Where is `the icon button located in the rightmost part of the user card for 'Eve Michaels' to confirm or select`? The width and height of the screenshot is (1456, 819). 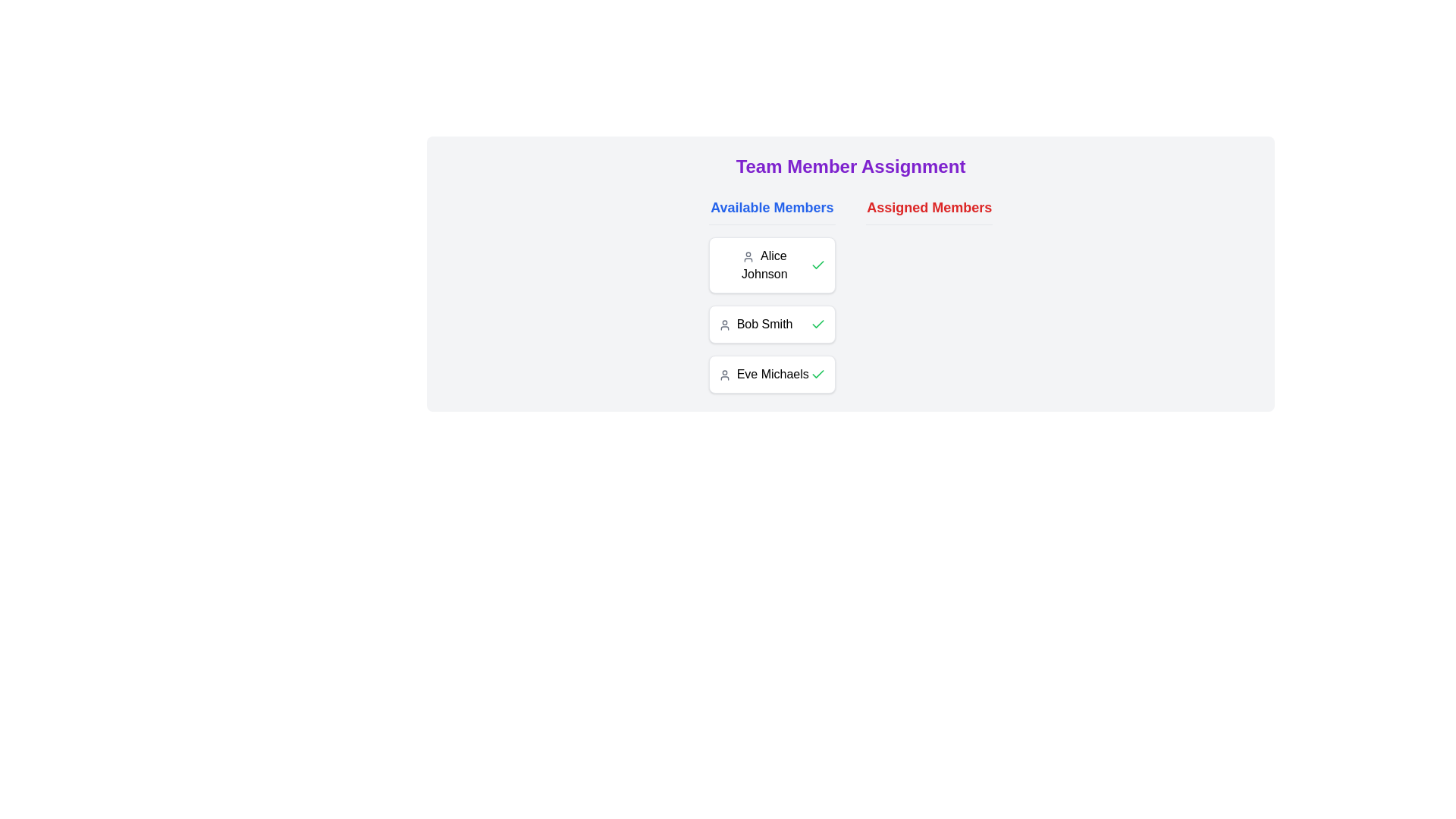 the icon button located in the rightmost part of the user card for 'Eve Michaels' to confirm or select is located at coordinates (817, 374).